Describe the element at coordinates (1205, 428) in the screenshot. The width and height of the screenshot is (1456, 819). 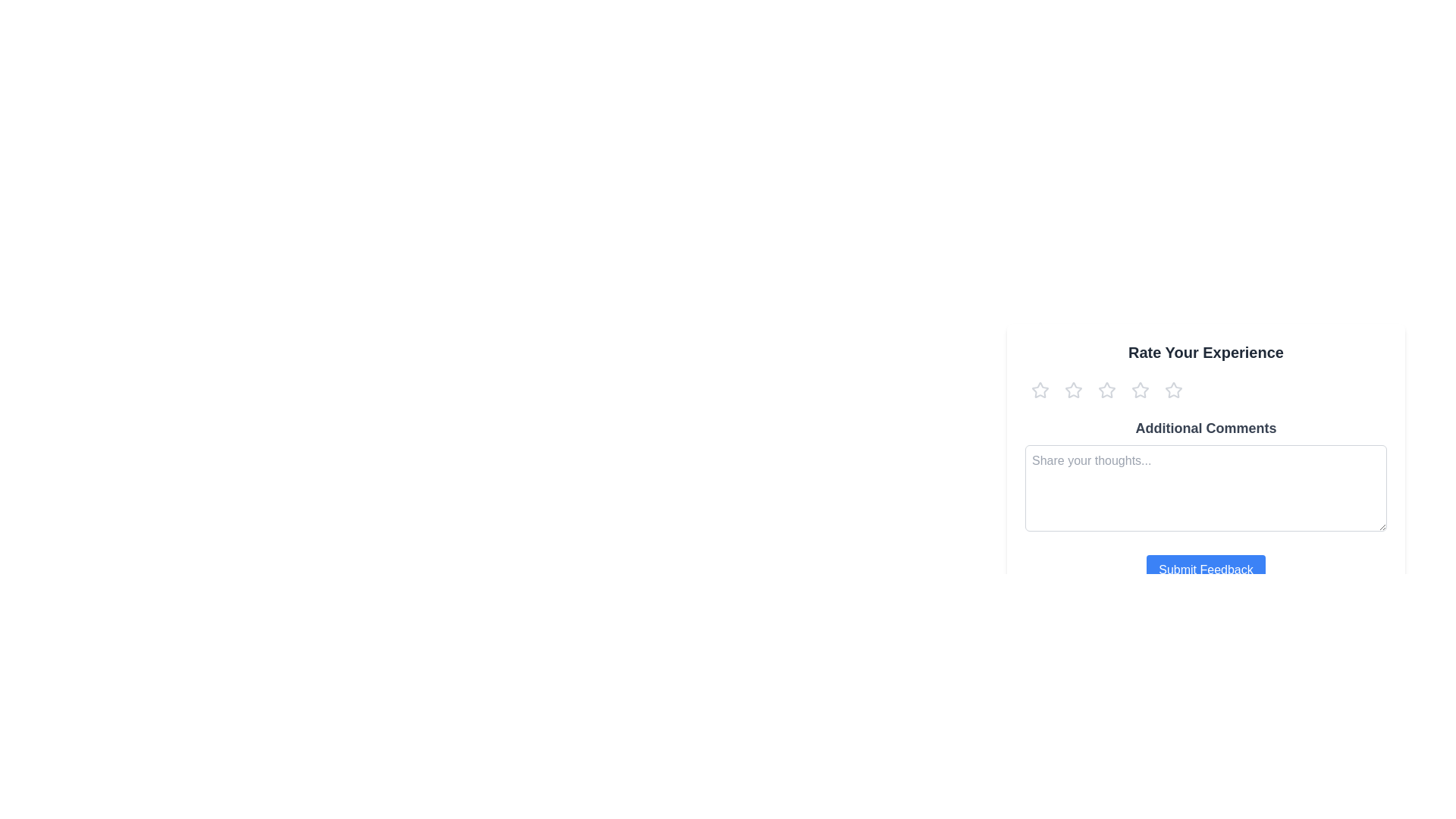
I see `the text label that guides users to provide additional comments or feedback, which is located just below the rating stars and above the comment text area` at that location.